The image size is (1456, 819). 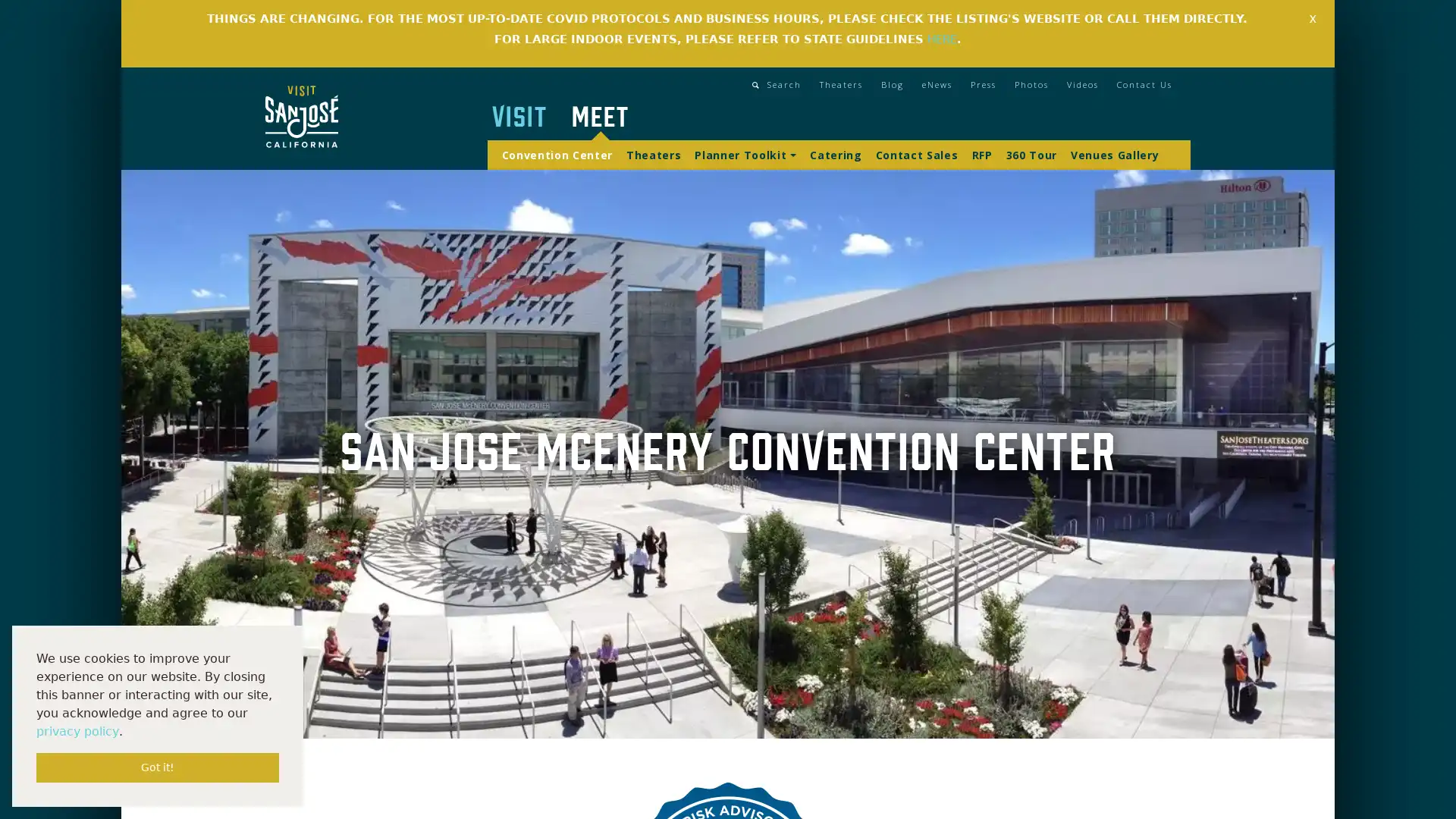 What do you see at coordinates (157, 767) in the screenshot?
I see `dismiss cookie message` at bounding box center [157, 767].